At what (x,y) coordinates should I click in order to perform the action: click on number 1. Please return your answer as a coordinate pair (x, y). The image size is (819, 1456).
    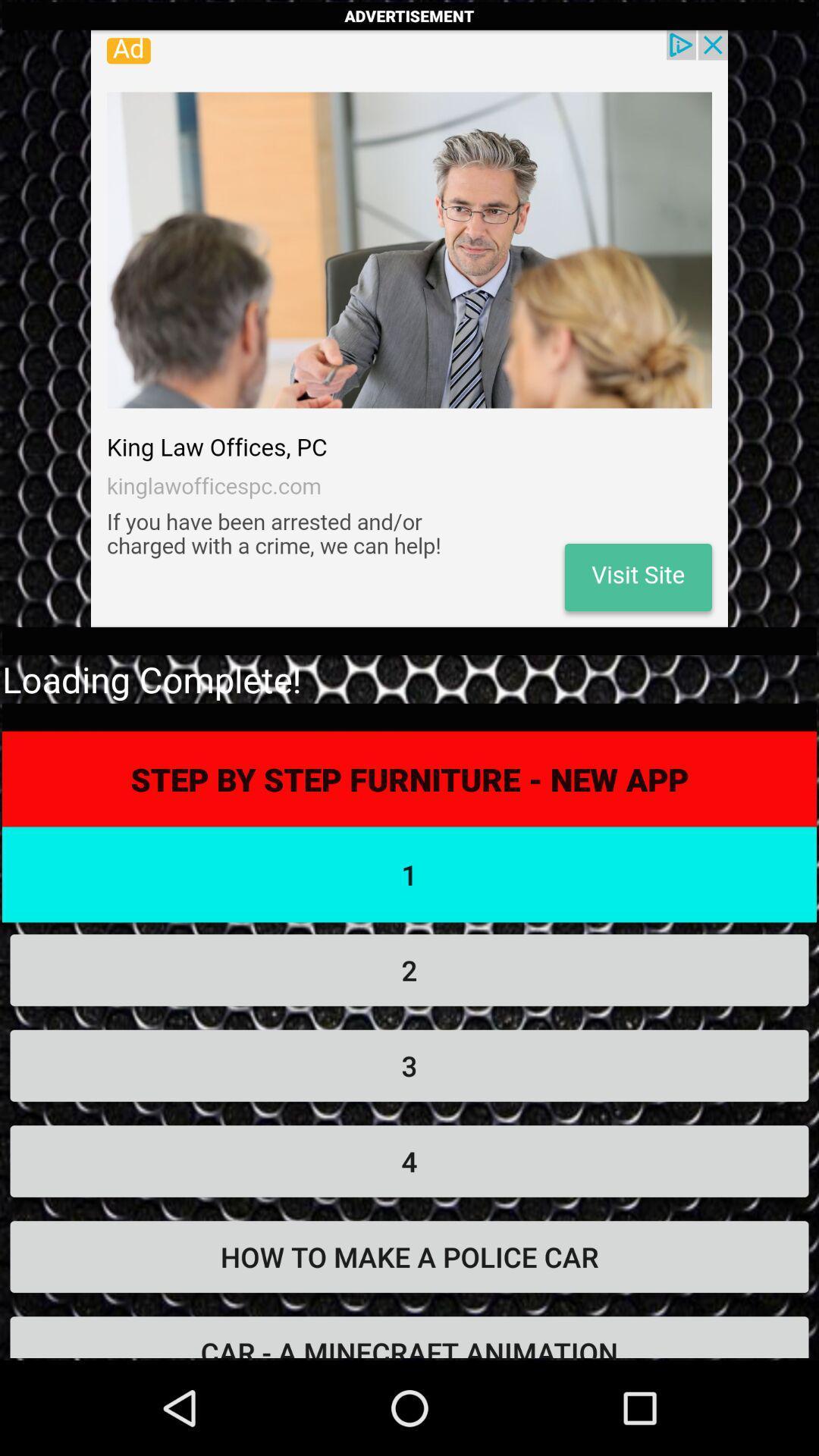
    Looking at the image, I should click on (409, 874).